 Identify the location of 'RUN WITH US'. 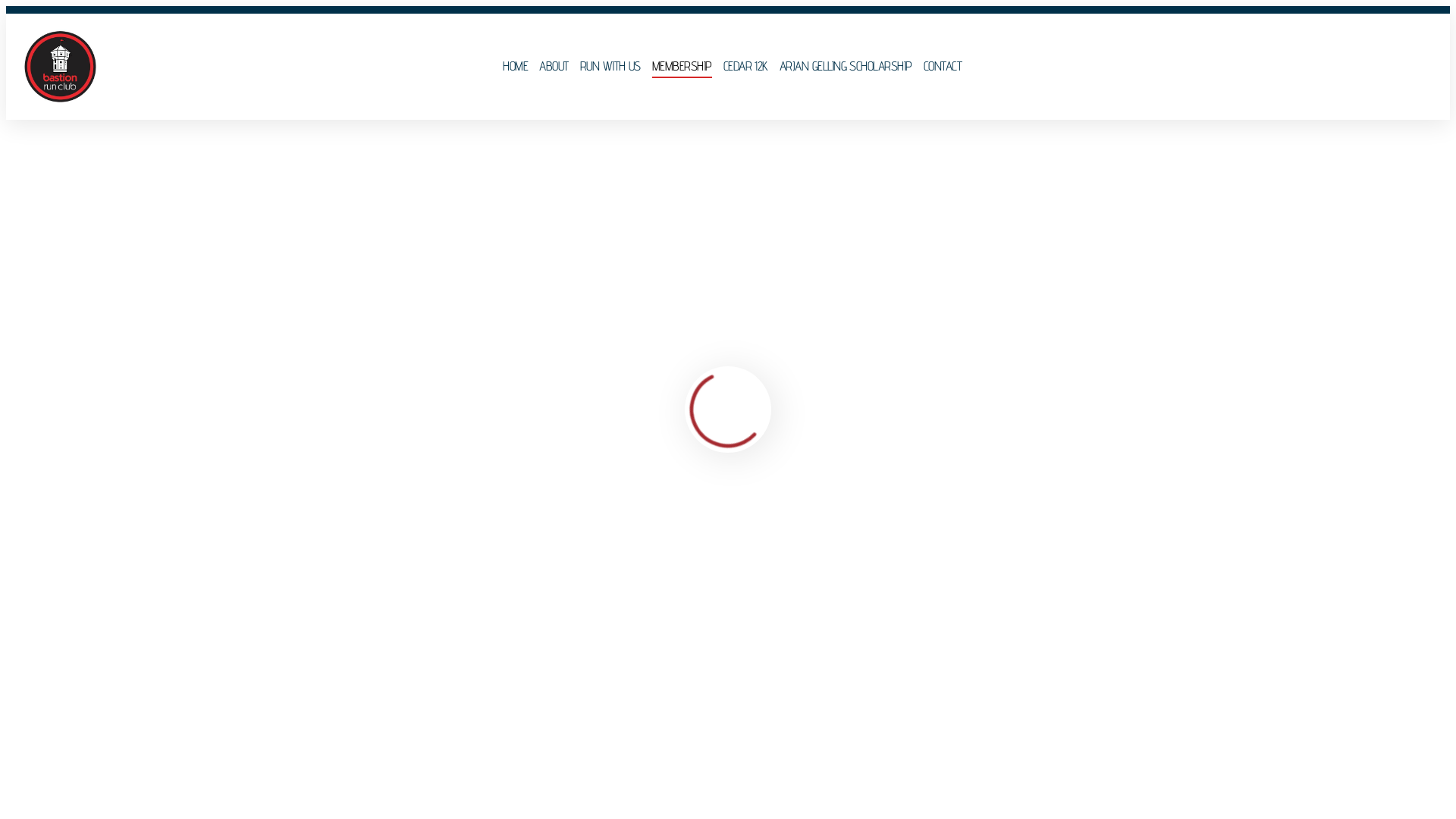
(610, 66).